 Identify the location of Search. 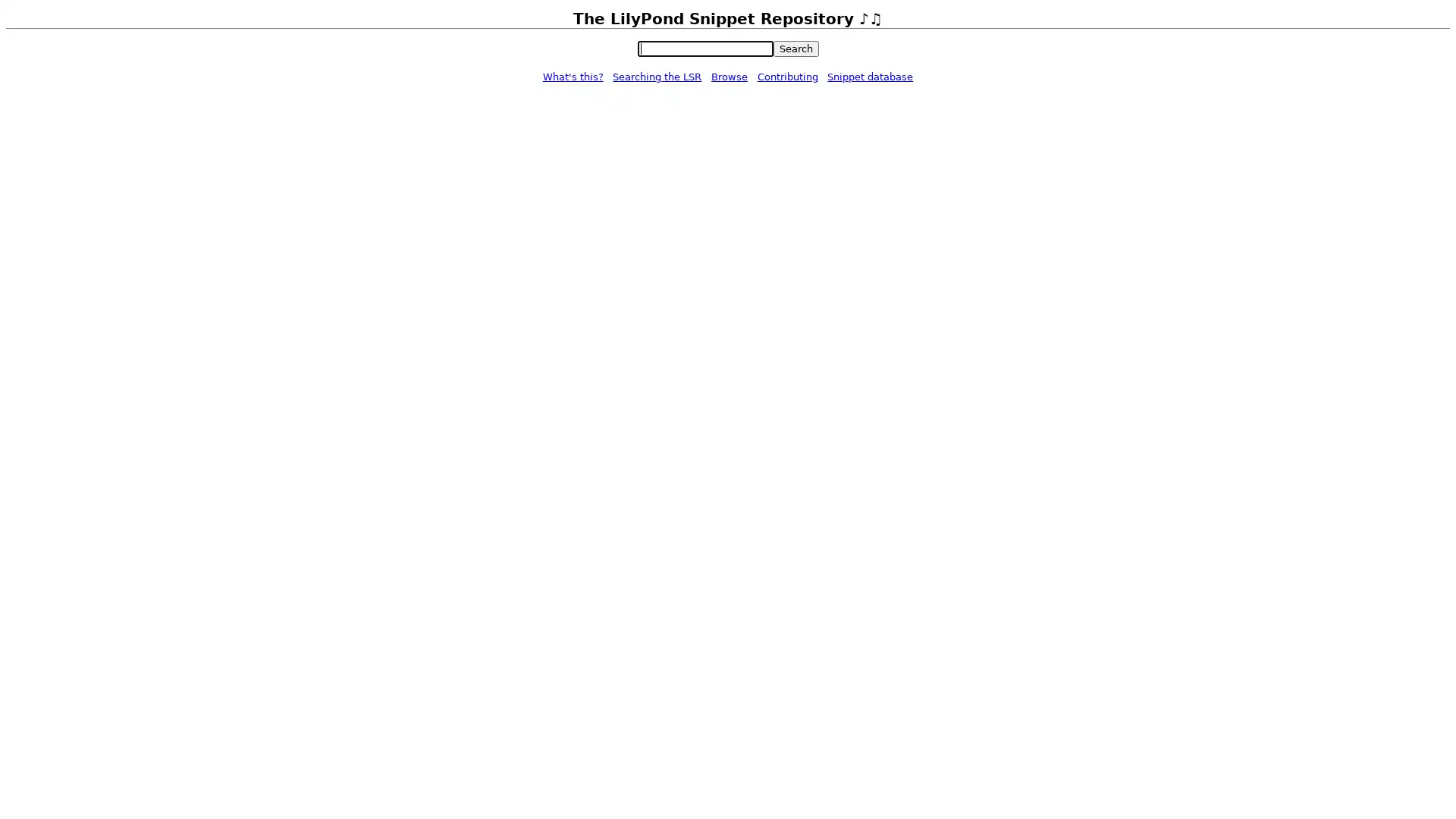
(795, 48).